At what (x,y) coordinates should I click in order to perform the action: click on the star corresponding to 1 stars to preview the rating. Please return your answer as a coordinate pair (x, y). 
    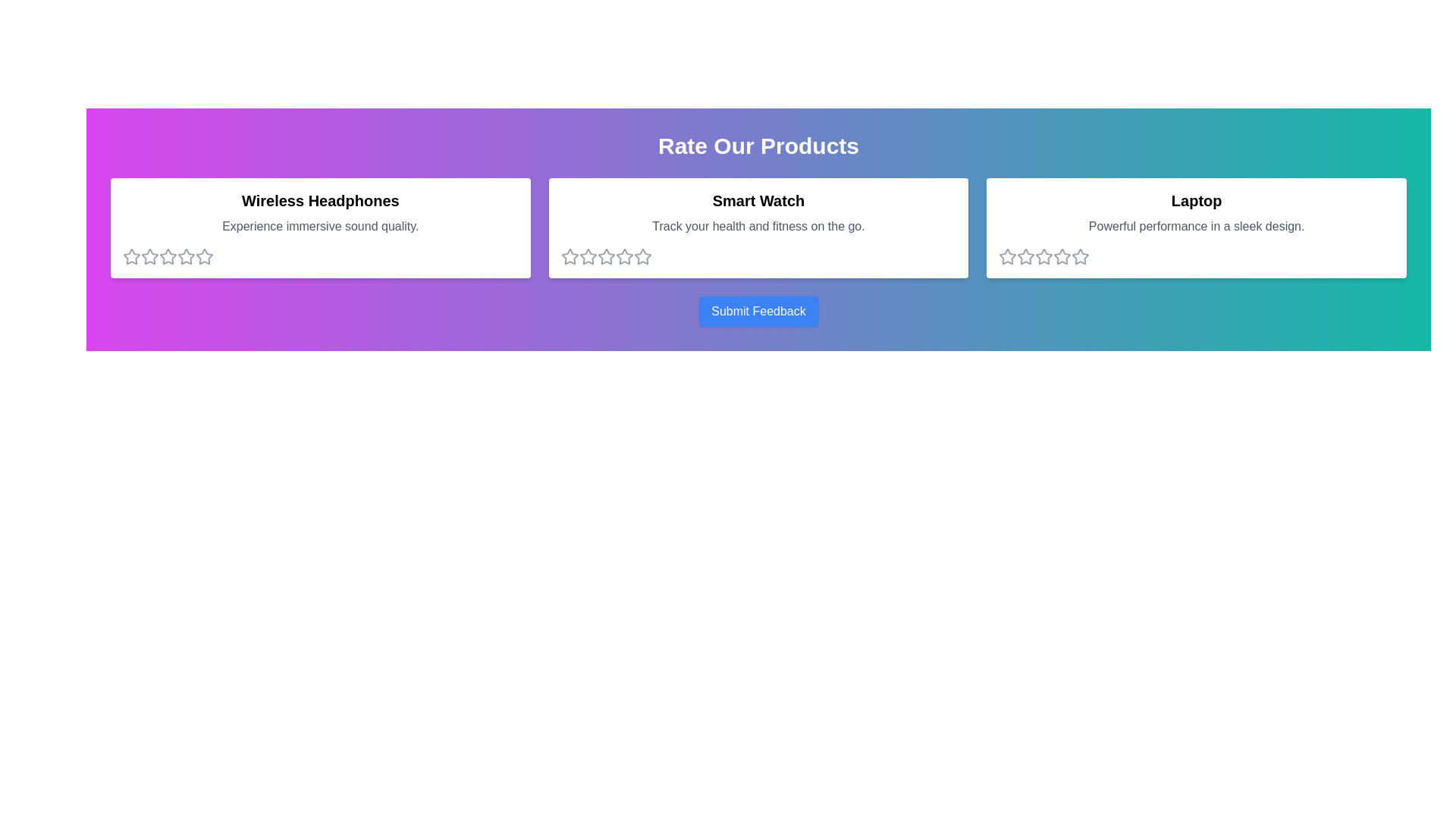
    Looking at the image, I should click on (131, 256).